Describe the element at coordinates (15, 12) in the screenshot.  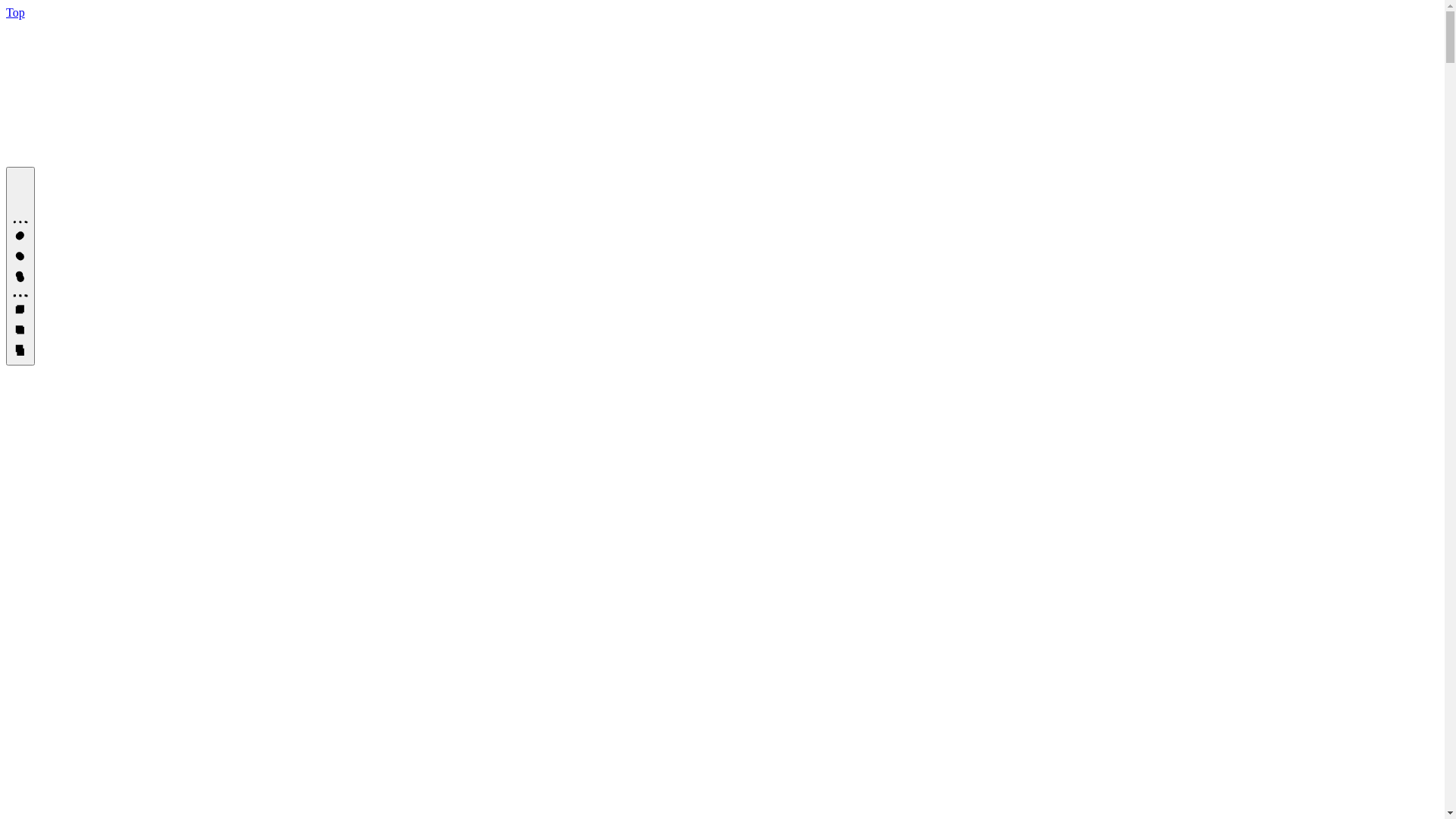
I see `'Top'` at that location.